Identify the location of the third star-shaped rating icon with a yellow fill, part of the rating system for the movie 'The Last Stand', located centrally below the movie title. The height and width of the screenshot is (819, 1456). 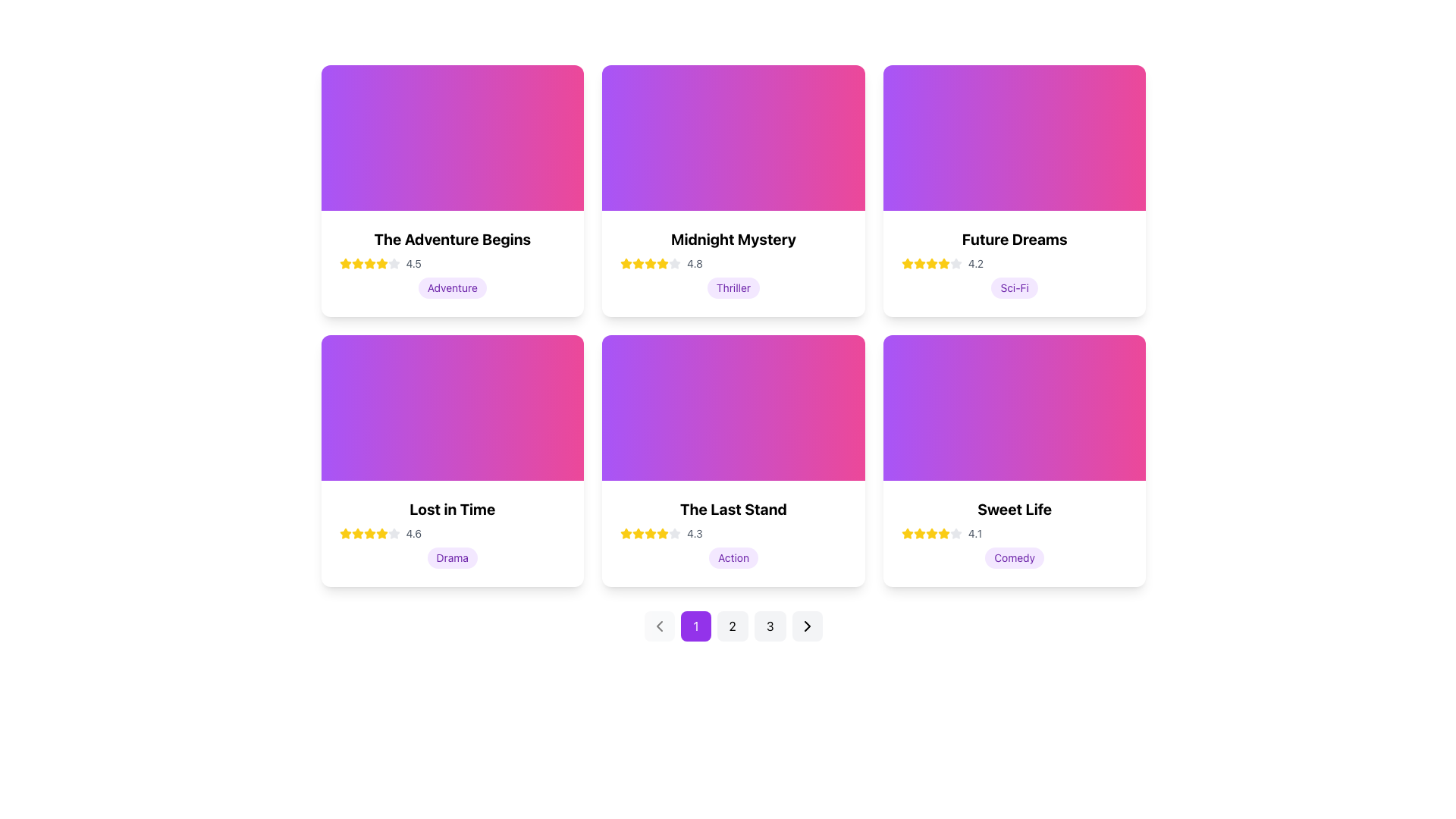
(651, 532).